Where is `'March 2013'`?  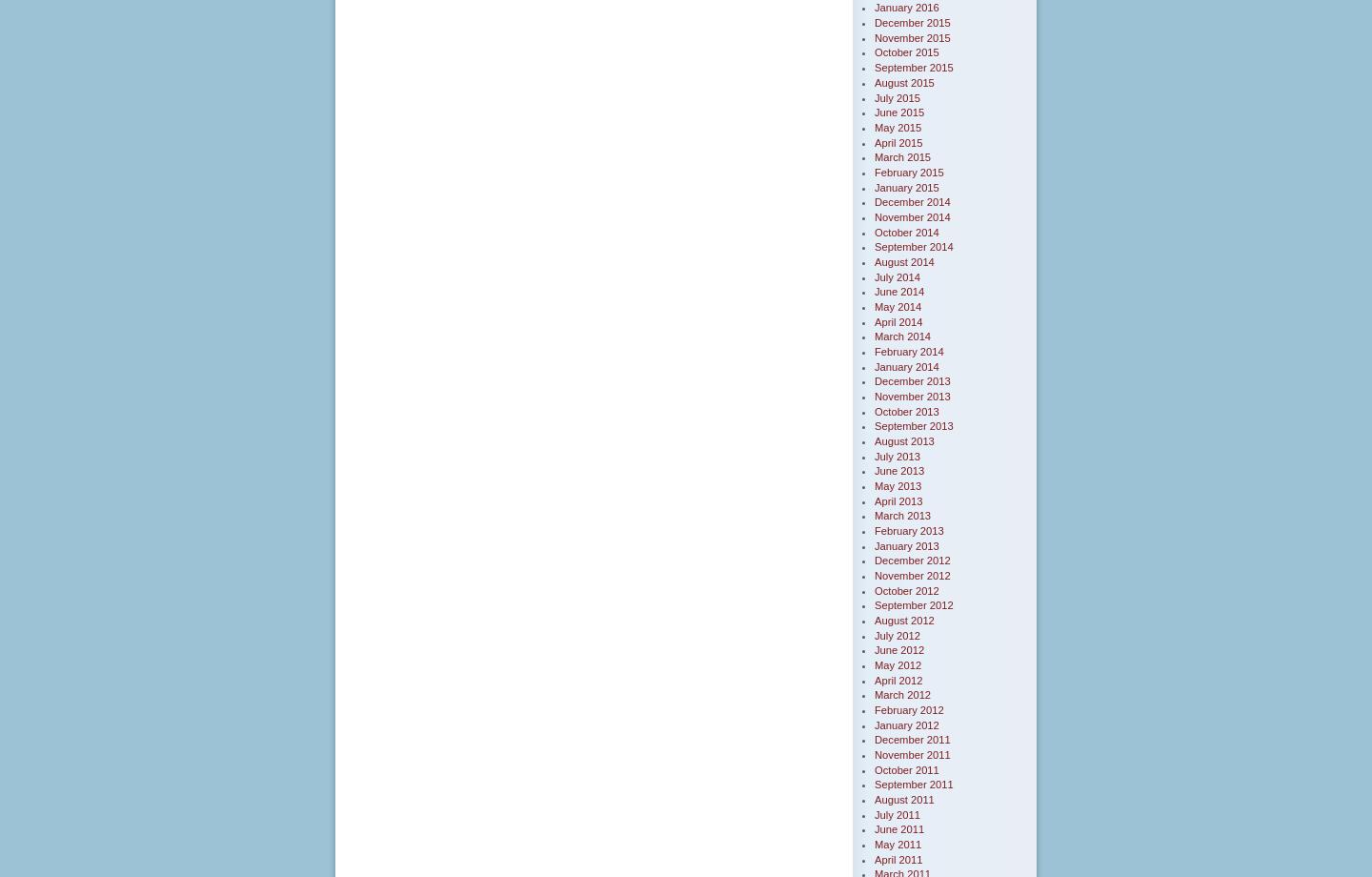
'March 2013' is located at coordinates (902, 515).